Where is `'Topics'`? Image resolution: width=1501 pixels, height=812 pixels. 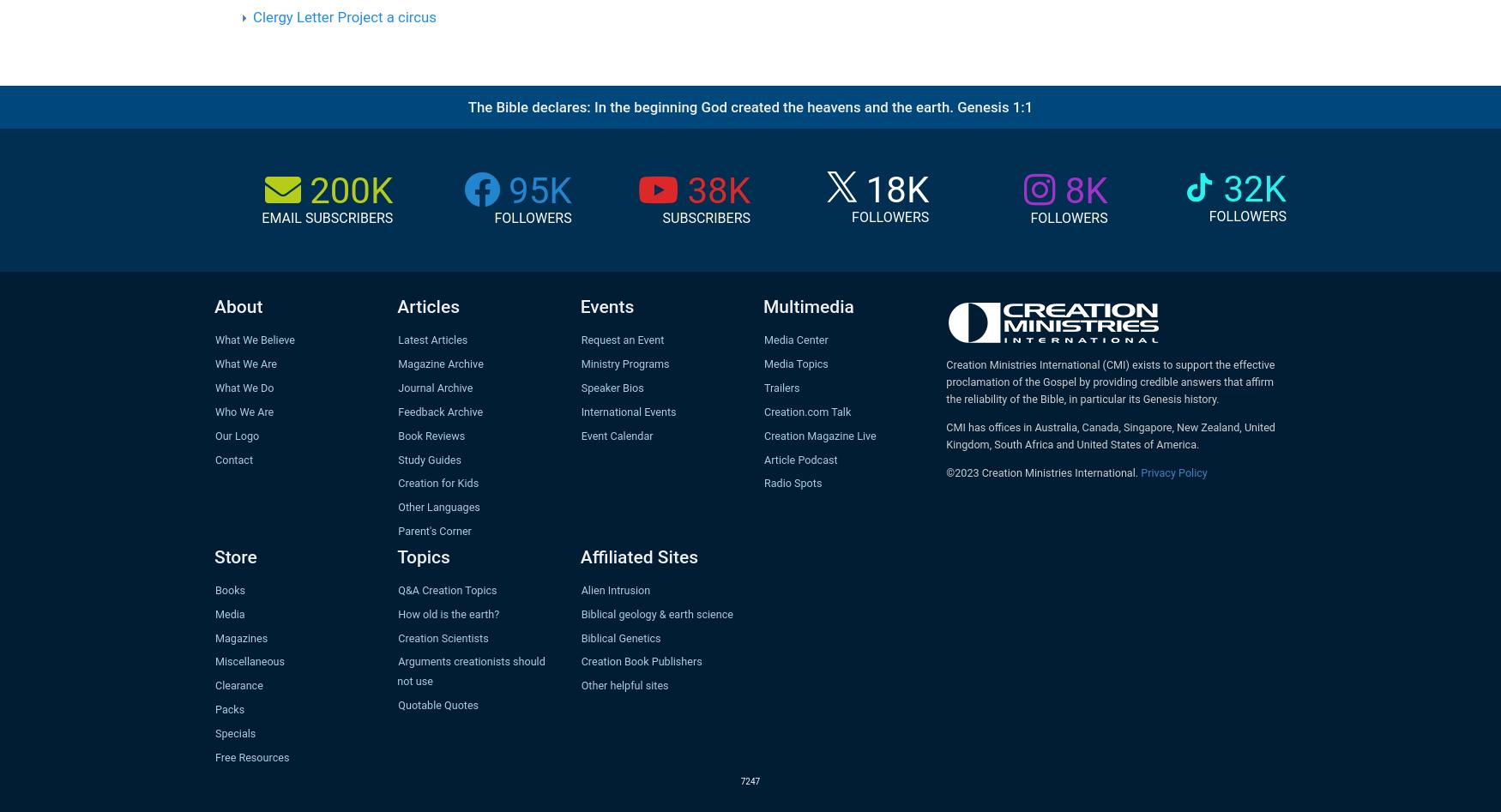
'Topics' is located at coordinates (423, 556).